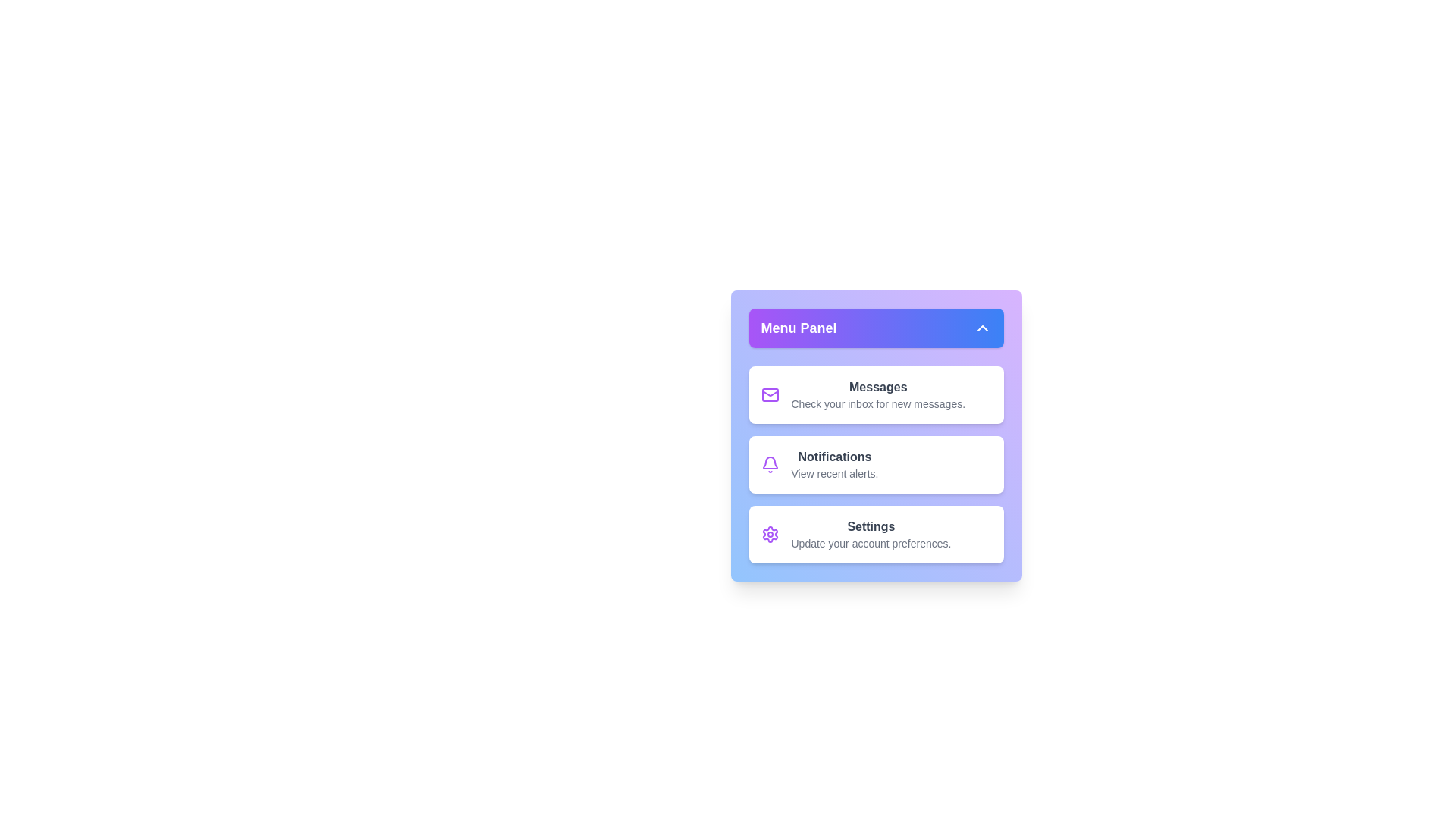 This screenshot has height=819, width=1456. I want to click on the menu toggle button to toggle the menu open or closed, so click(876, 327).